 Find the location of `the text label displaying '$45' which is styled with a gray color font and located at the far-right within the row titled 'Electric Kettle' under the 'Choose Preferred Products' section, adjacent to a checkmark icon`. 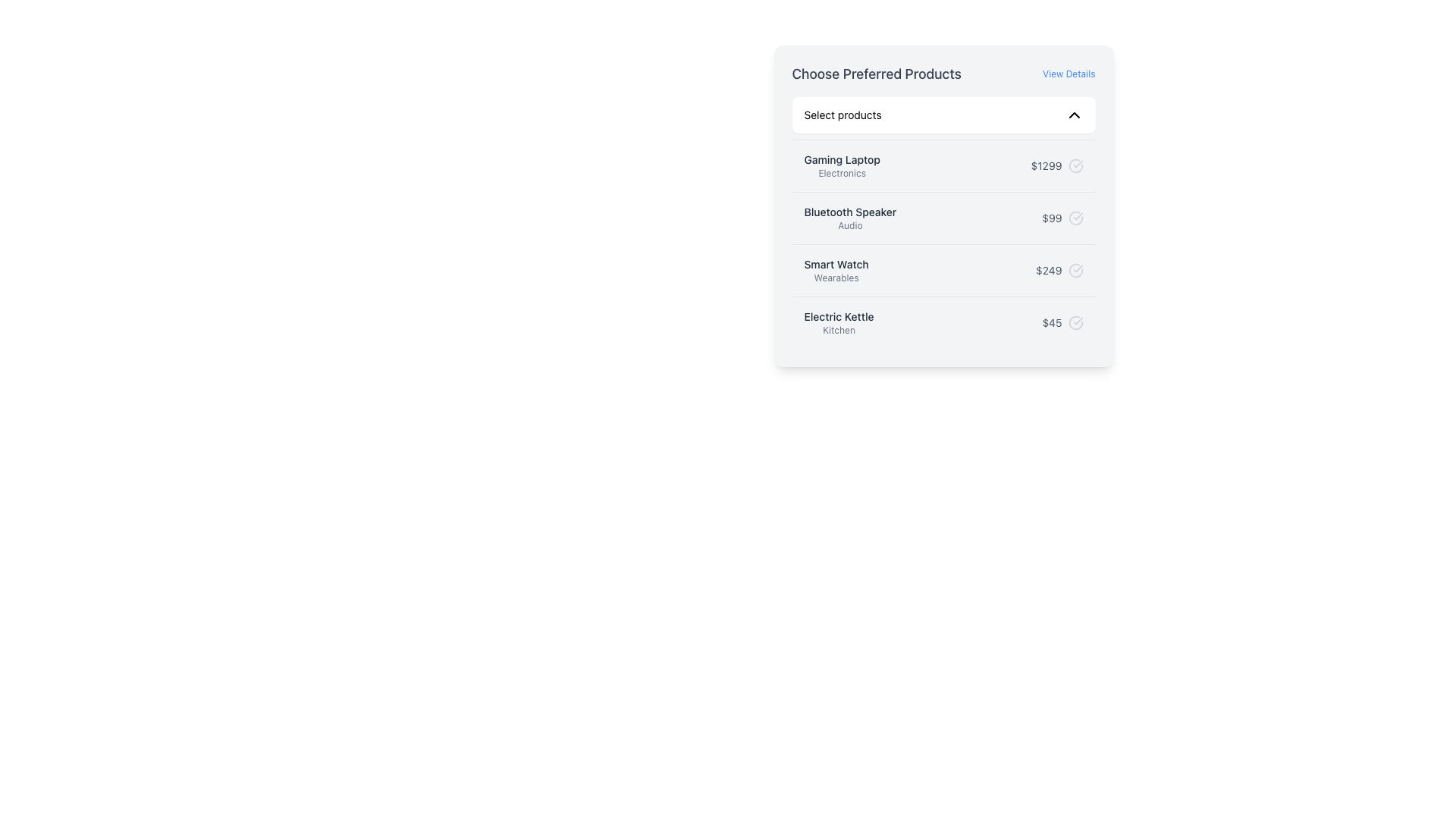

the text label displaying '$45' which is styled with a gray color font and located at the far-right within the row titled 'Electric Kettle' under the 'Choose Preferred Products' section, adjacent to a checkmark icon is located at coordinates (1062, 322).